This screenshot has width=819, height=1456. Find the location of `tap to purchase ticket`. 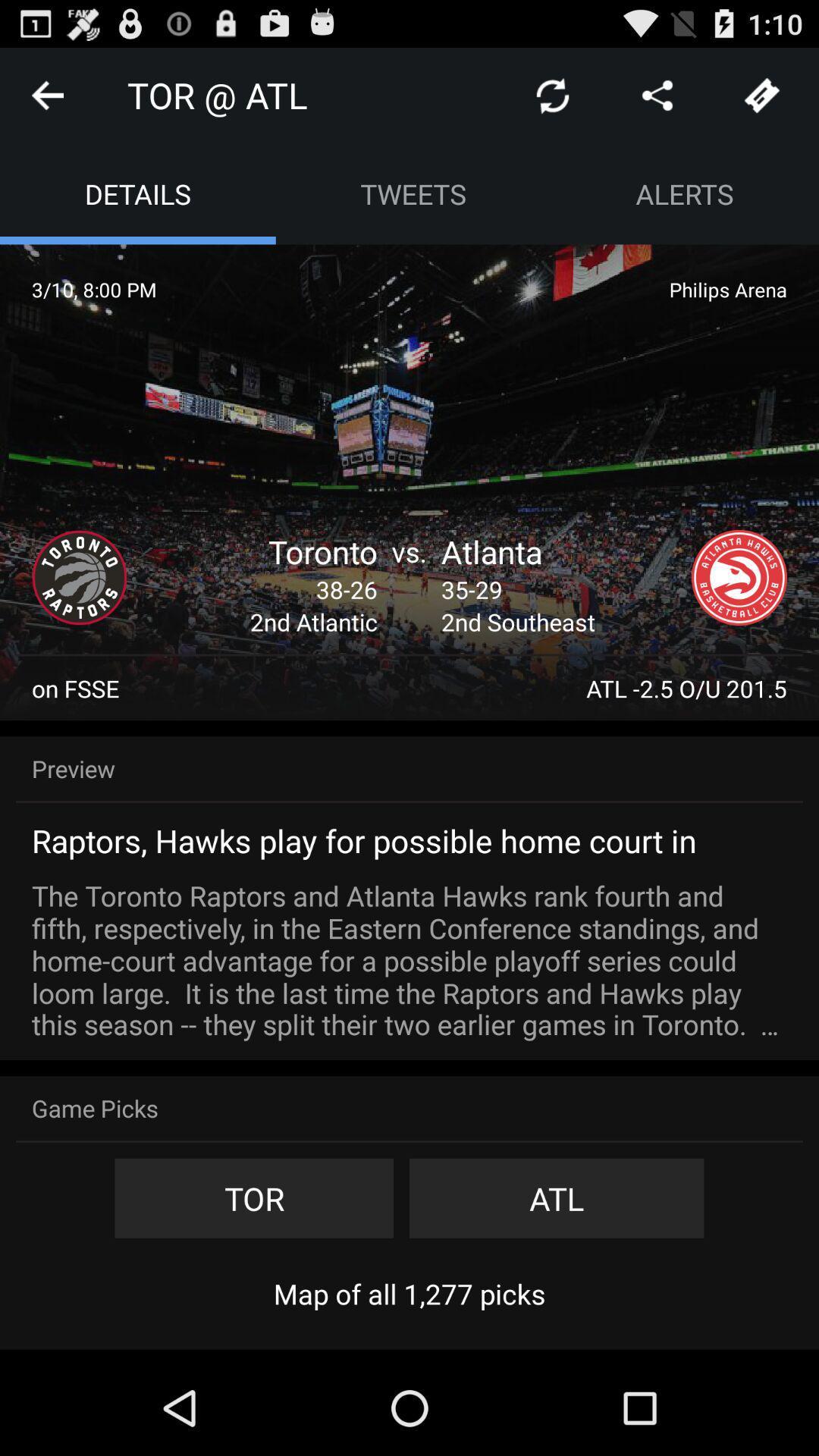

tap to purchase ticket is located at coordinates (762, 94).